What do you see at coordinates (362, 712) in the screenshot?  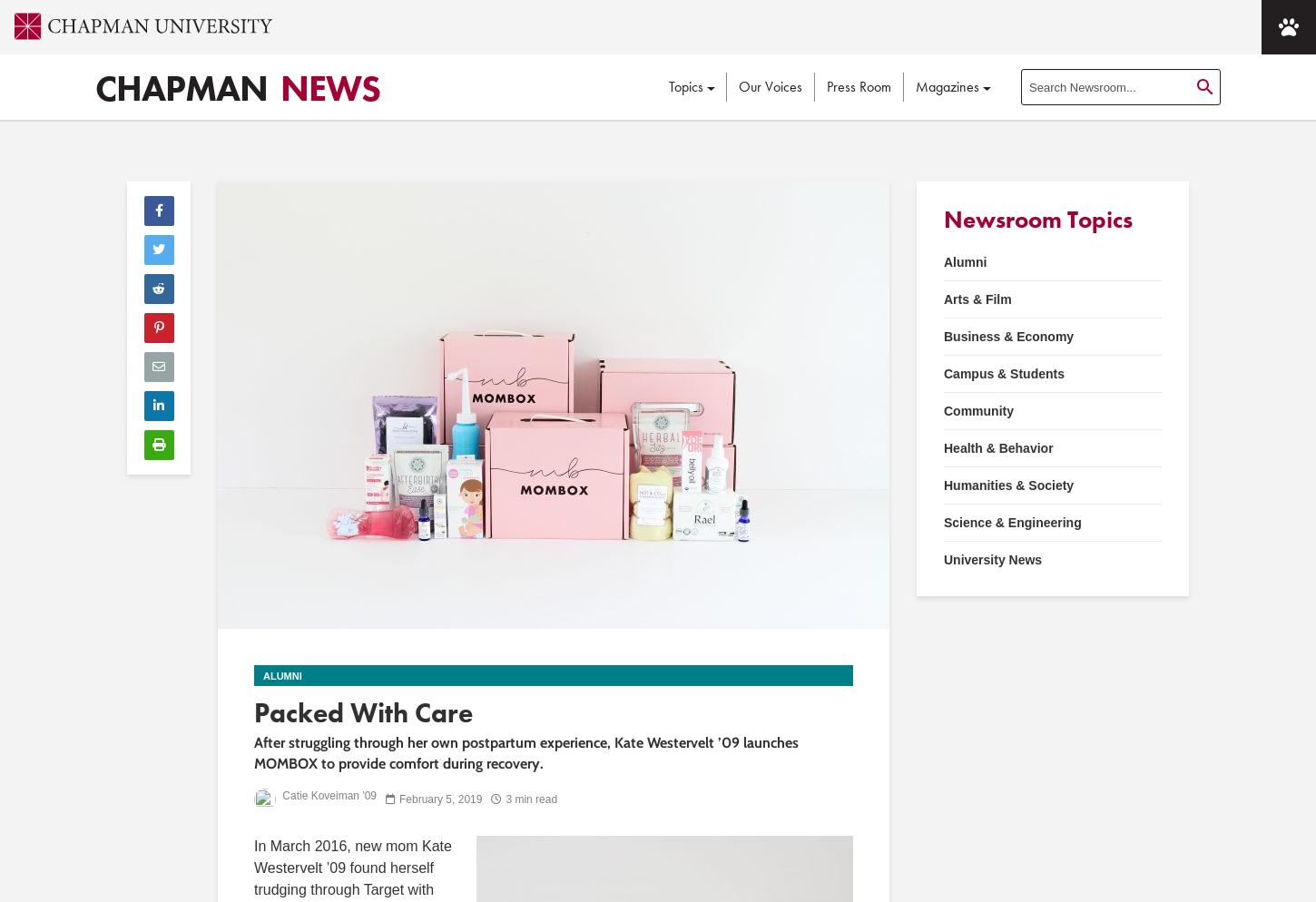 I see `'Packed With Care'` at bounding box center [362, 712].